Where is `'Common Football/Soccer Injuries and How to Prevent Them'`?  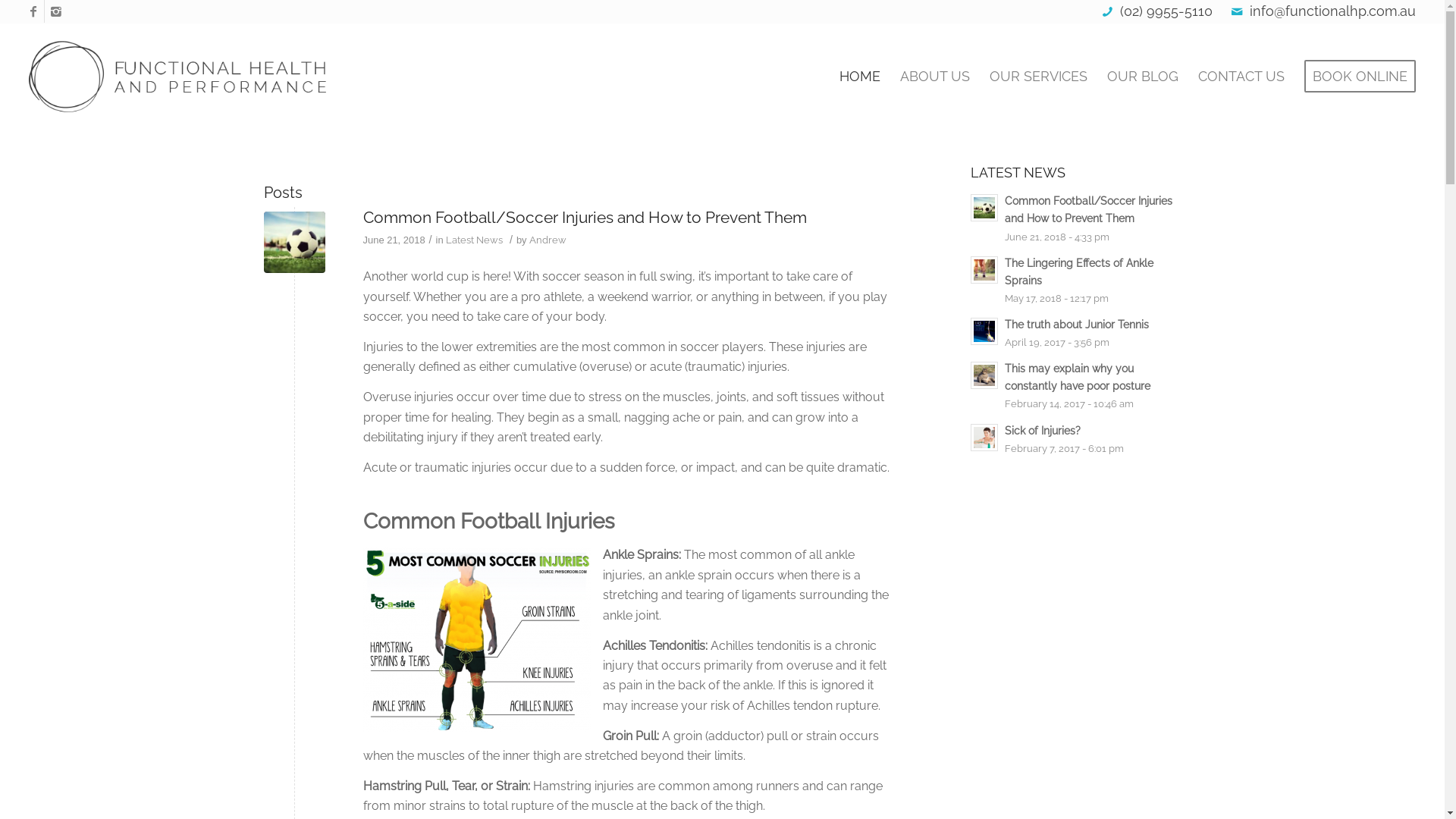
'Common Football/Soccer Injuries and How to Prevent Them' is located at coordinates (294, 241).